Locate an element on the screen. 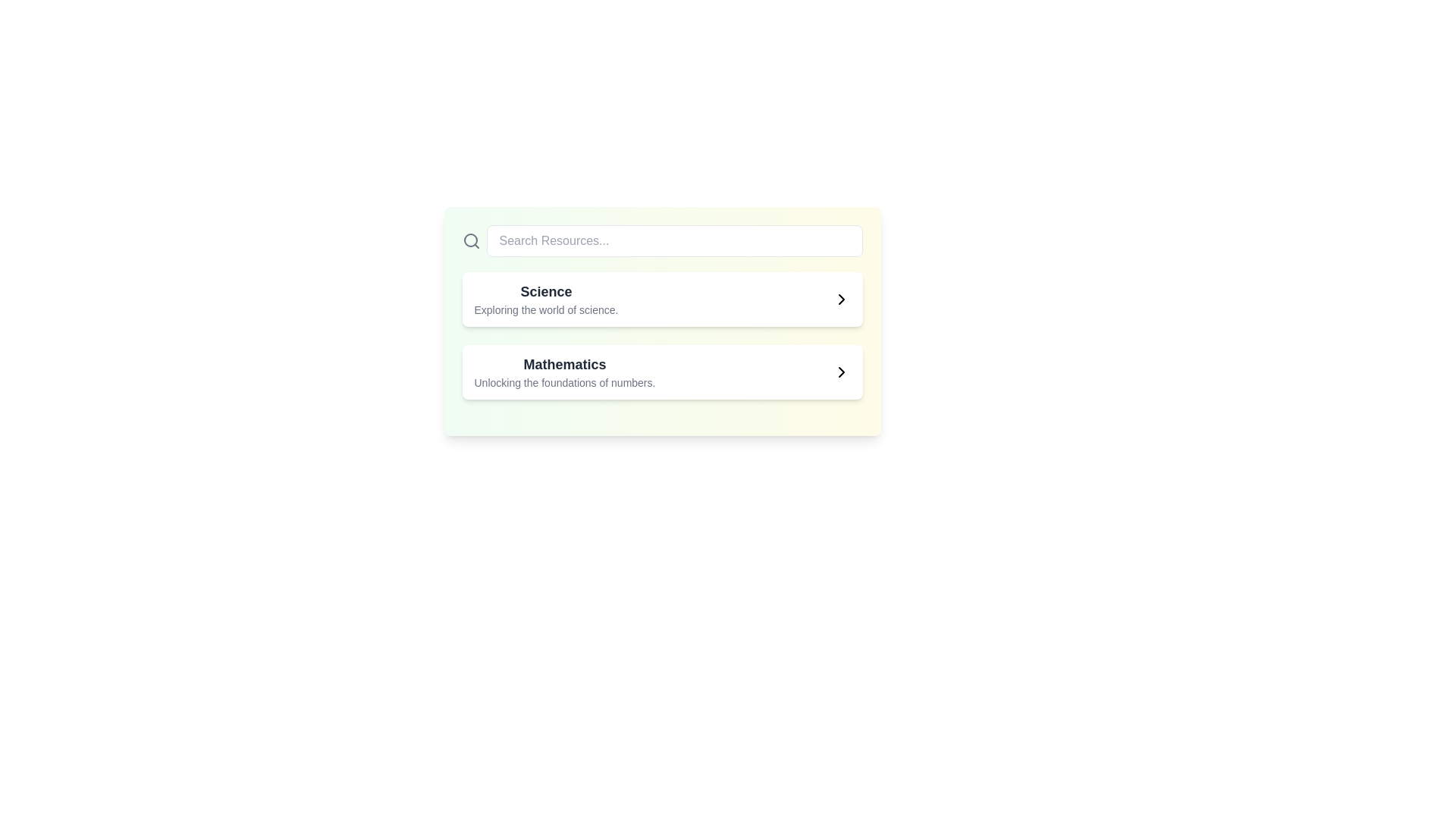 This screenshot has width=1456, height=819. text information from the 'Mathematics' text block, which features bold dark gray text and a smaller lighter gray subtitle, positioned in the center-right of the interface below the 'Science' card is located at coordinates (563, 372).